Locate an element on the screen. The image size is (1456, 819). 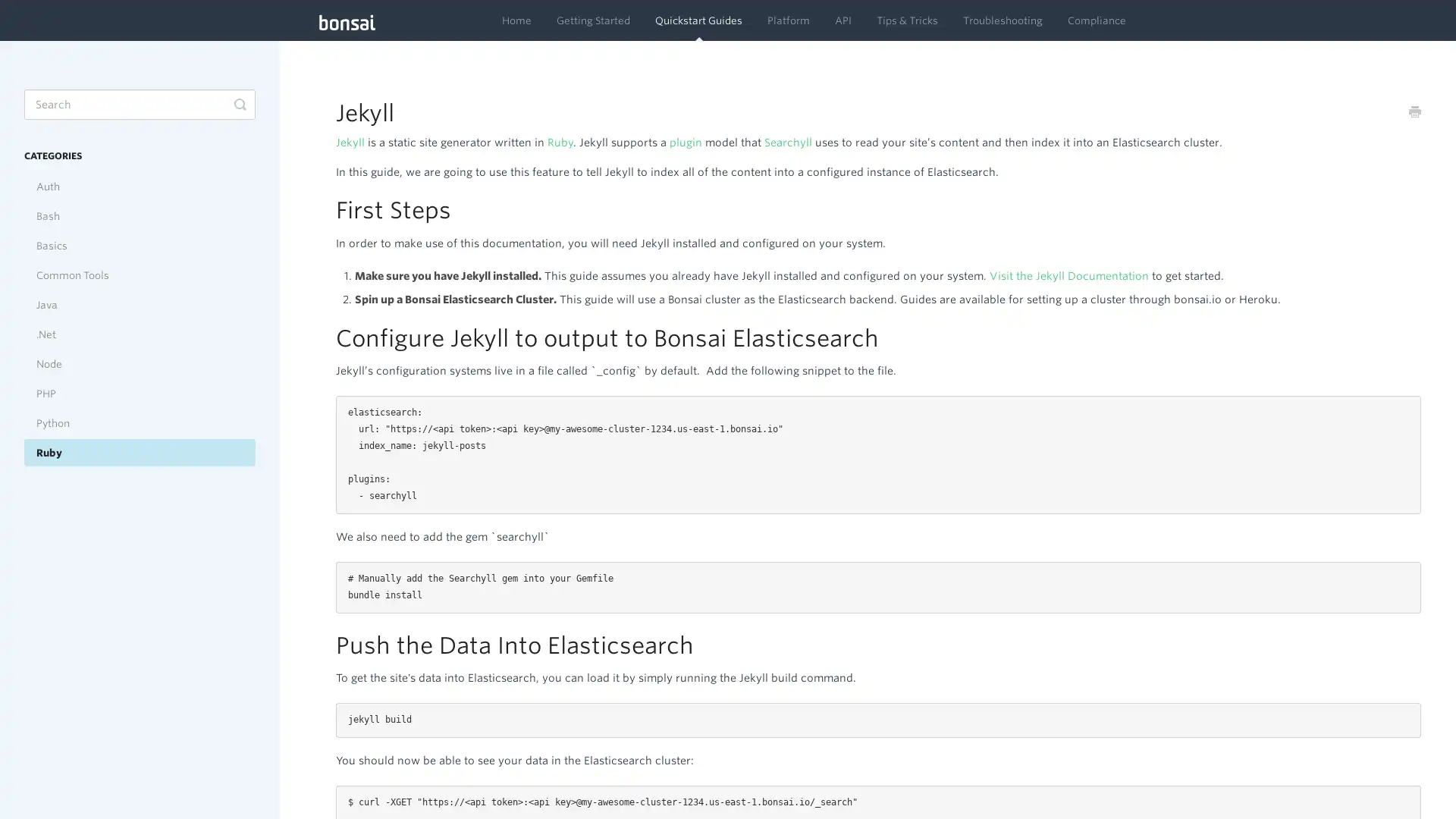
Toggle Search is located at coordinates (239, 104).